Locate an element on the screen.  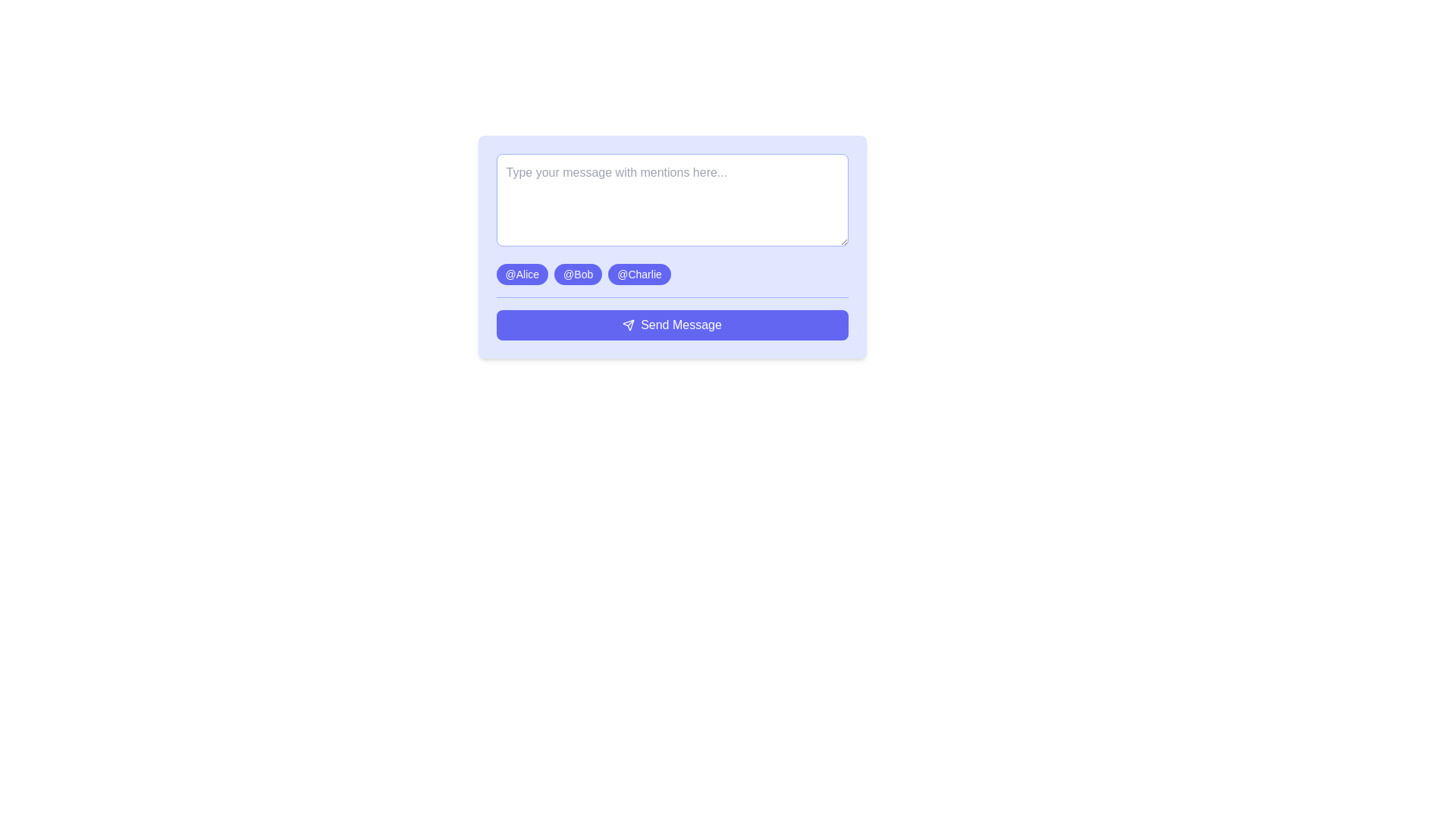
the Mention tag group consisting of the rounded blue buttons '@Alice', '@Bob', and '@Charlie' is located at coordinates (671, 275).